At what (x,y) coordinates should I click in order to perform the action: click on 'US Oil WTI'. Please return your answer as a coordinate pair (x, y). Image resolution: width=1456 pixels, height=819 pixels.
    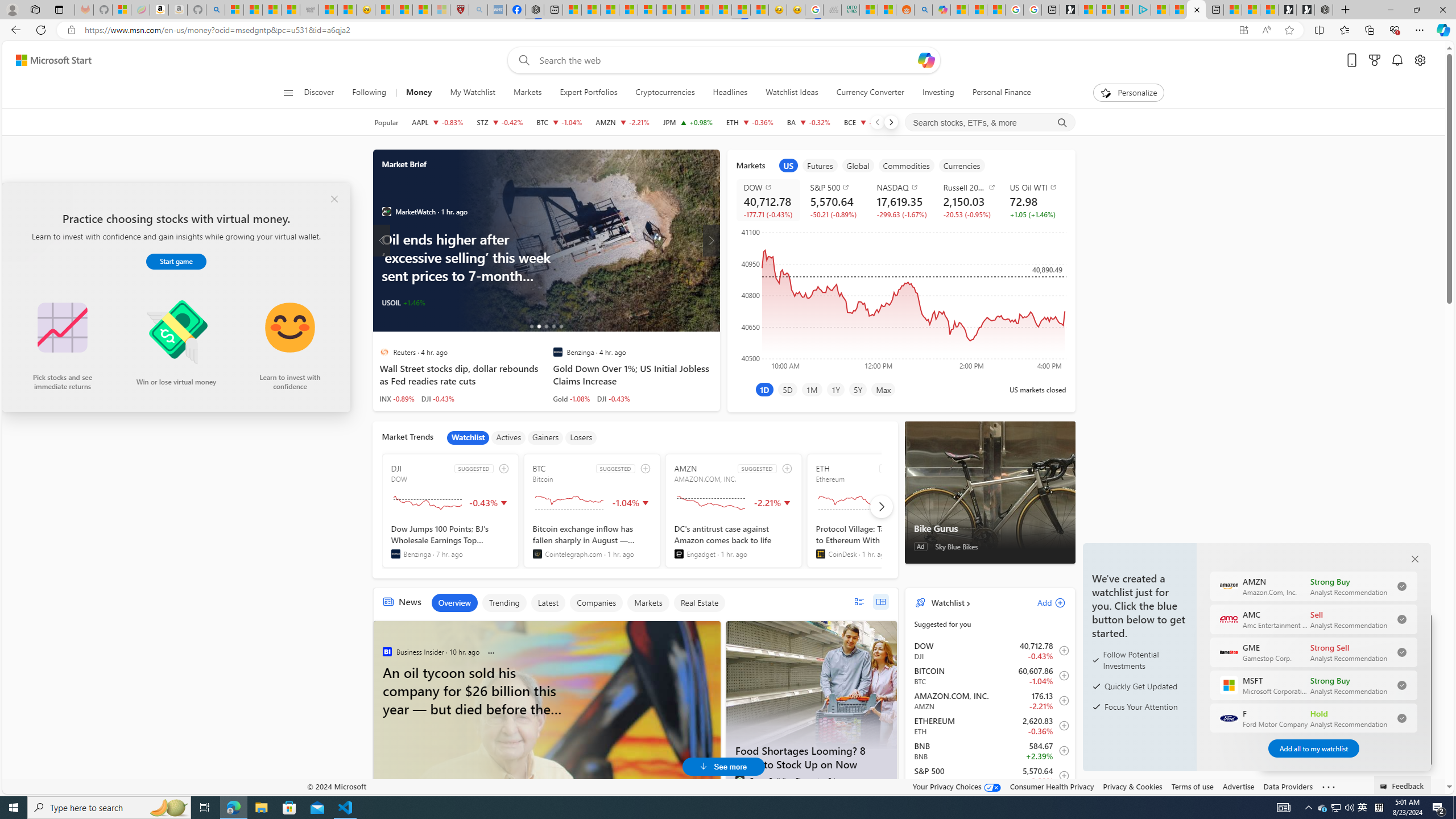
    Looking at the image, I should click on (1036, 187).